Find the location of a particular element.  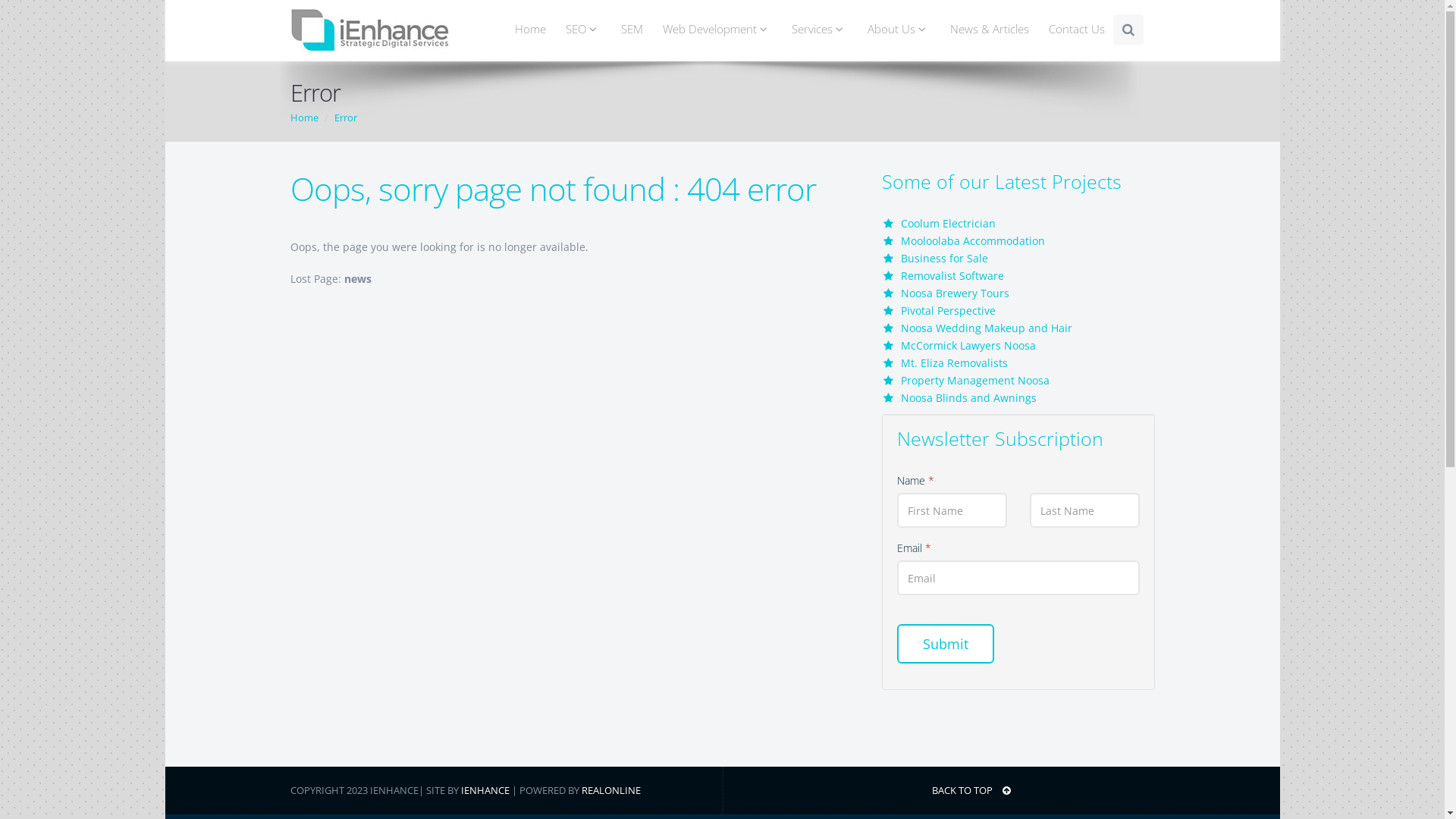

'News & Articles' is located at coordinates (990, 29).